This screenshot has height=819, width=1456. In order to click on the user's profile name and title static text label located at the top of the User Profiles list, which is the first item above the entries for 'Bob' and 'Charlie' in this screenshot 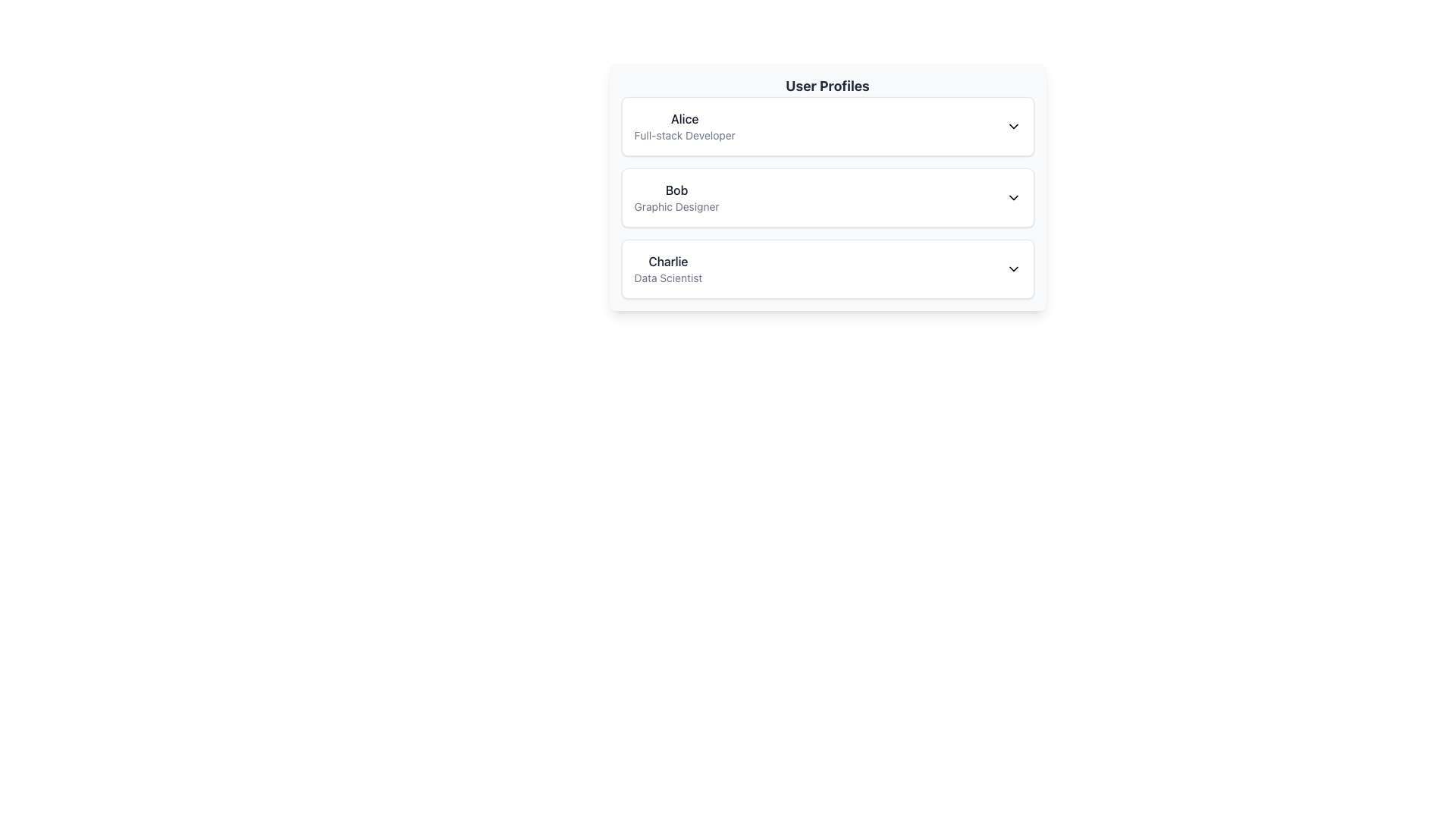, I will do `click(684, 125)`.